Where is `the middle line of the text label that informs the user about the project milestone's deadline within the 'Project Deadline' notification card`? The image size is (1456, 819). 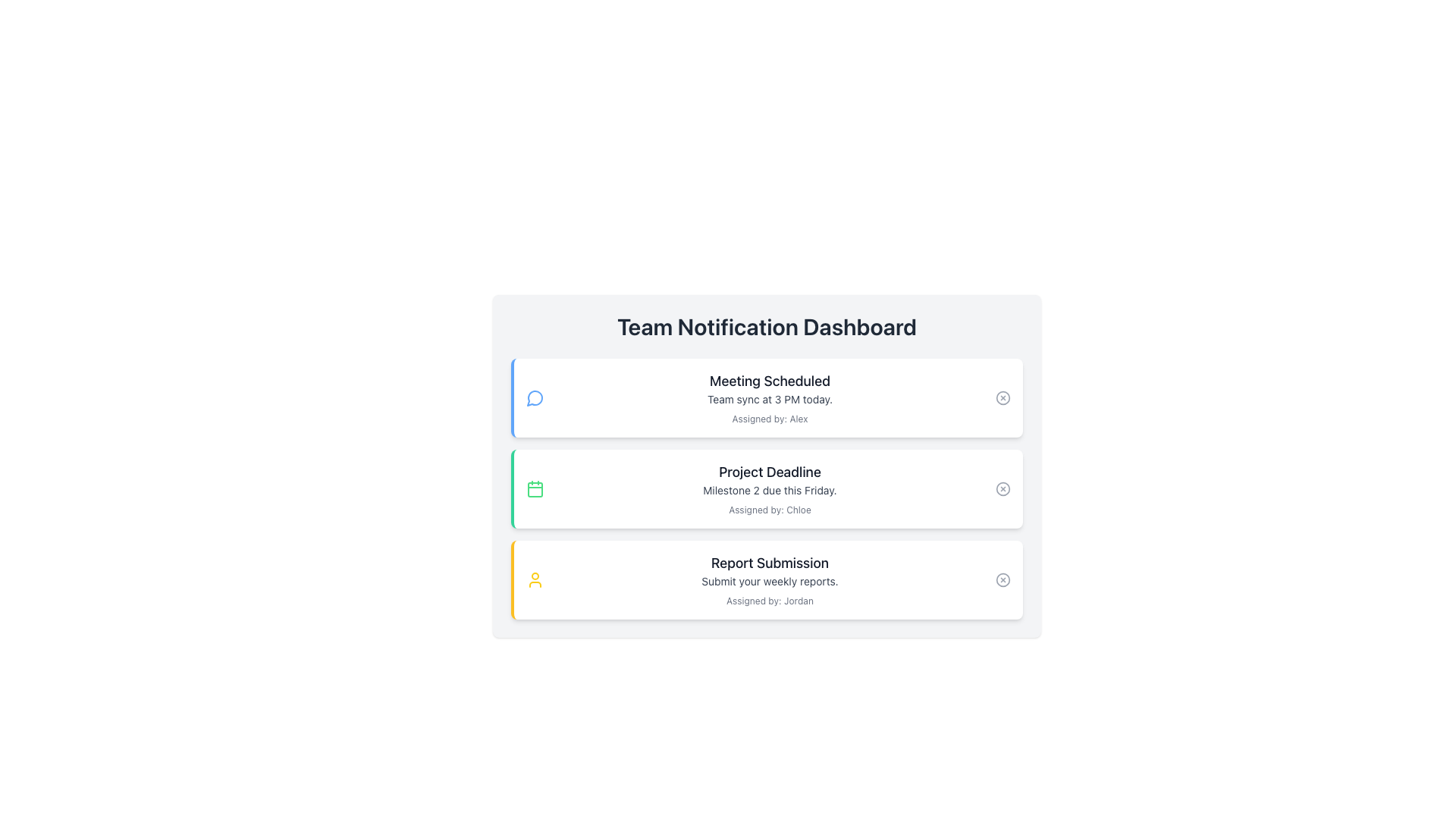 the middle line of the text label that informs the user about the project milestone's deadline within the 'Project Deadline' notification card is located at coordinates (770, 491).